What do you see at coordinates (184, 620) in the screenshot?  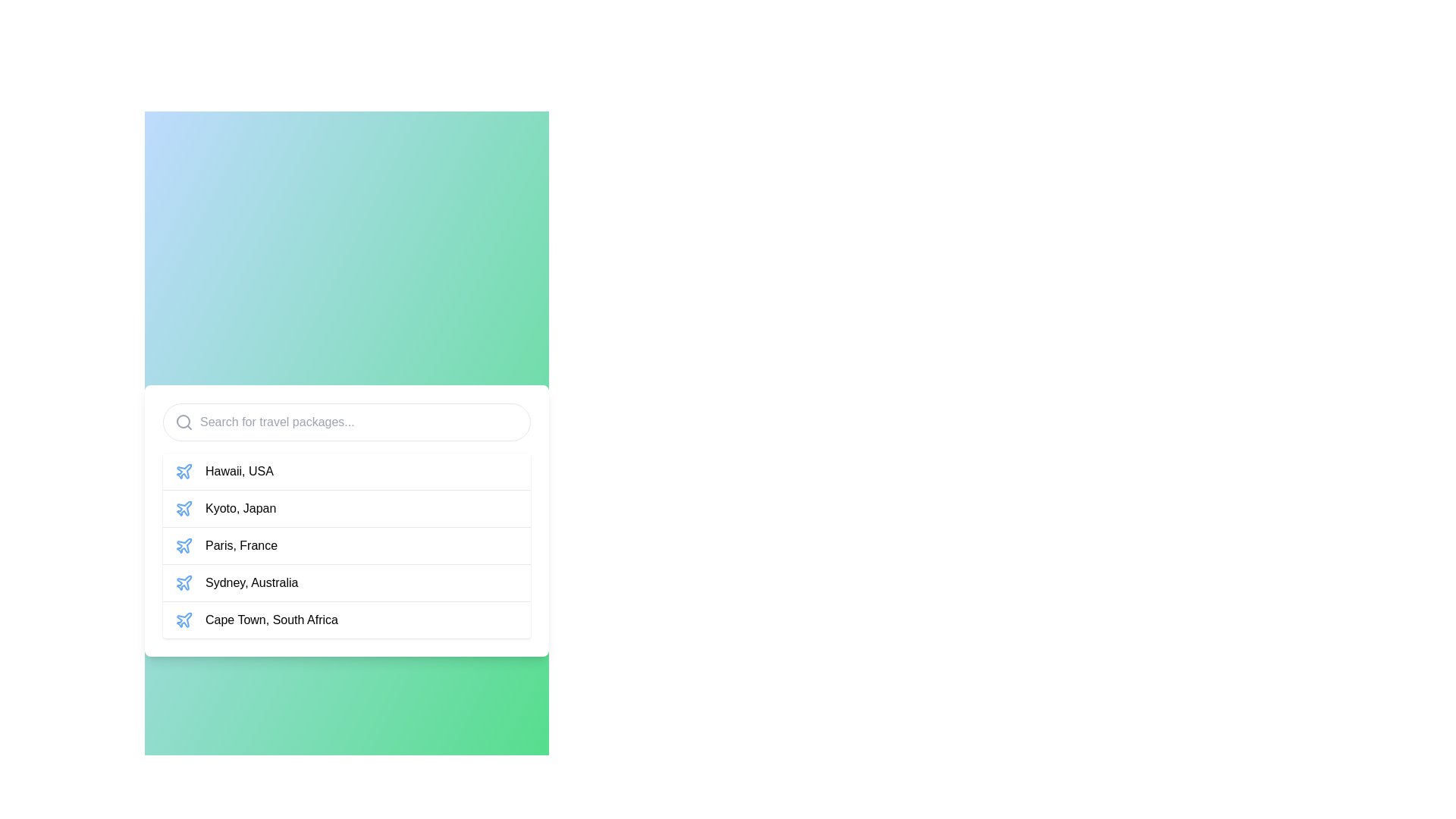 I see `the airplane icon located at the leftmost side of the row labeled 'Cape Town, South Africa' to highlight its row` at bounding box center [184, 620].